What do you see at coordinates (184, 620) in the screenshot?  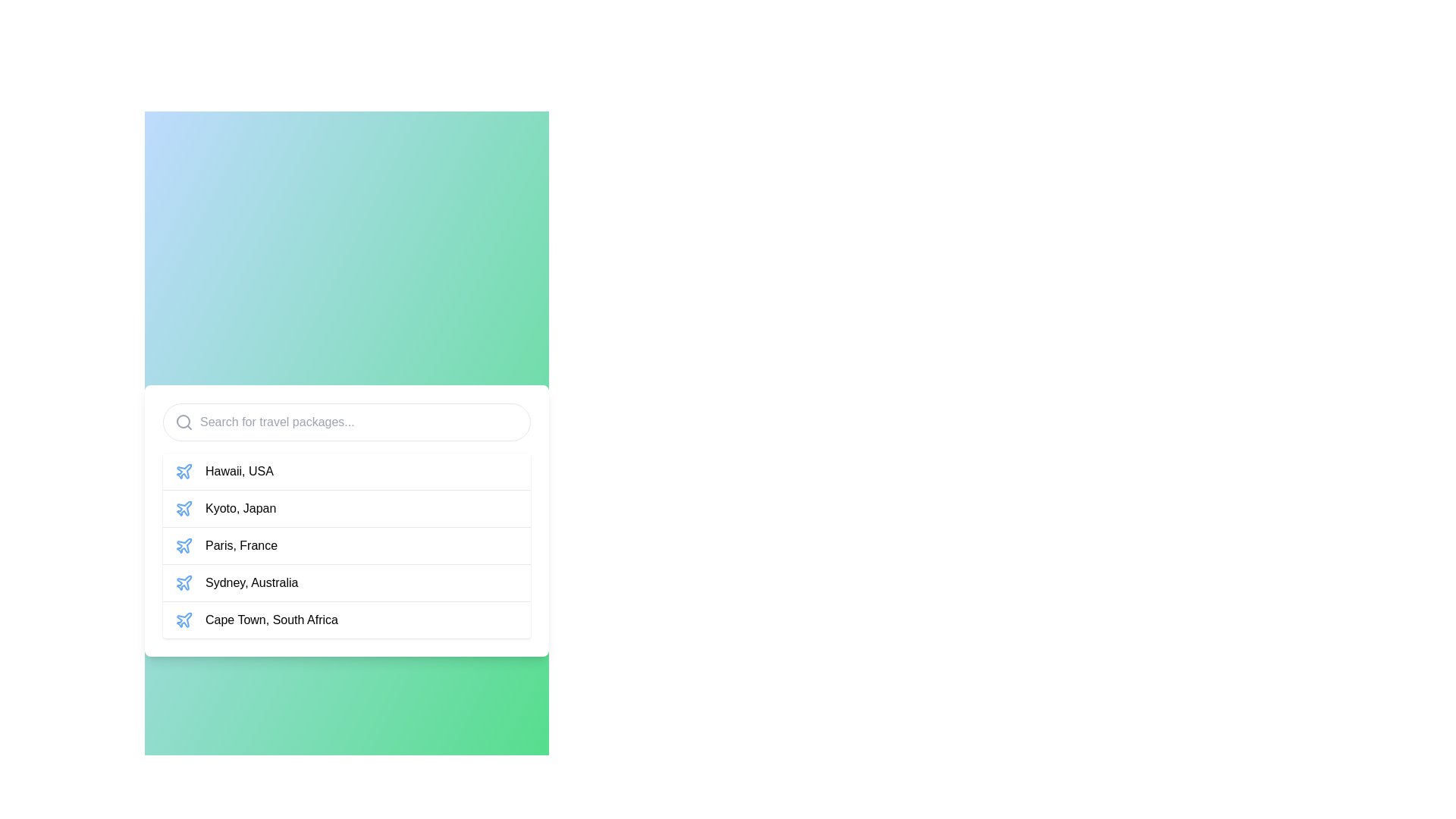 I see `the airplane icon located at the leftmost side of the row labeled 'Cape Town, South Africa' to highlight its row` at bounding box center [184, 620].